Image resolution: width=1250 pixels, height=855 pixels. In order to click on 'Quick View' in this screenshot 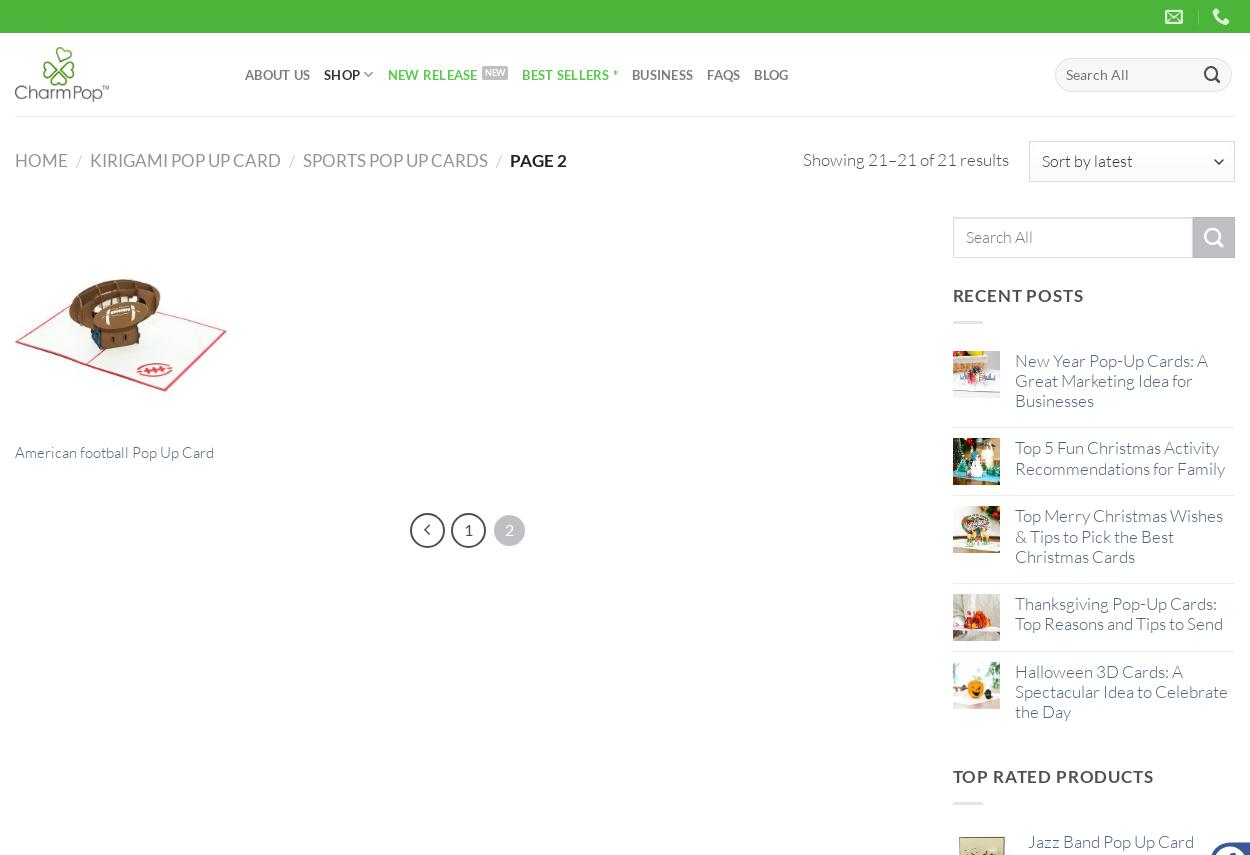, I will do `click(119, 444)`.